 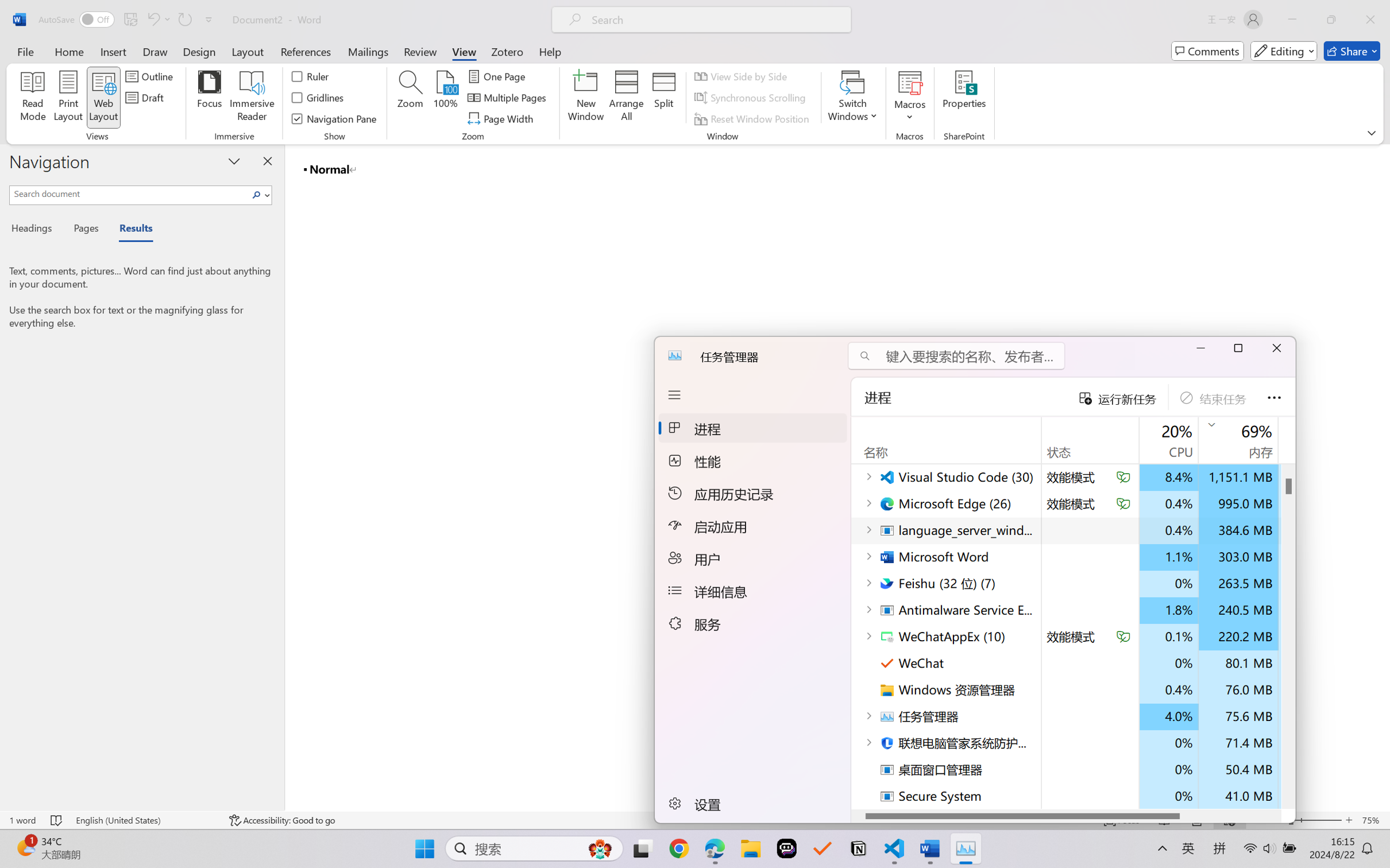 What do you see at coordinates (1207, 51) in the screenshot?
I see `'Comments'` at bounding box center [1207, 51].